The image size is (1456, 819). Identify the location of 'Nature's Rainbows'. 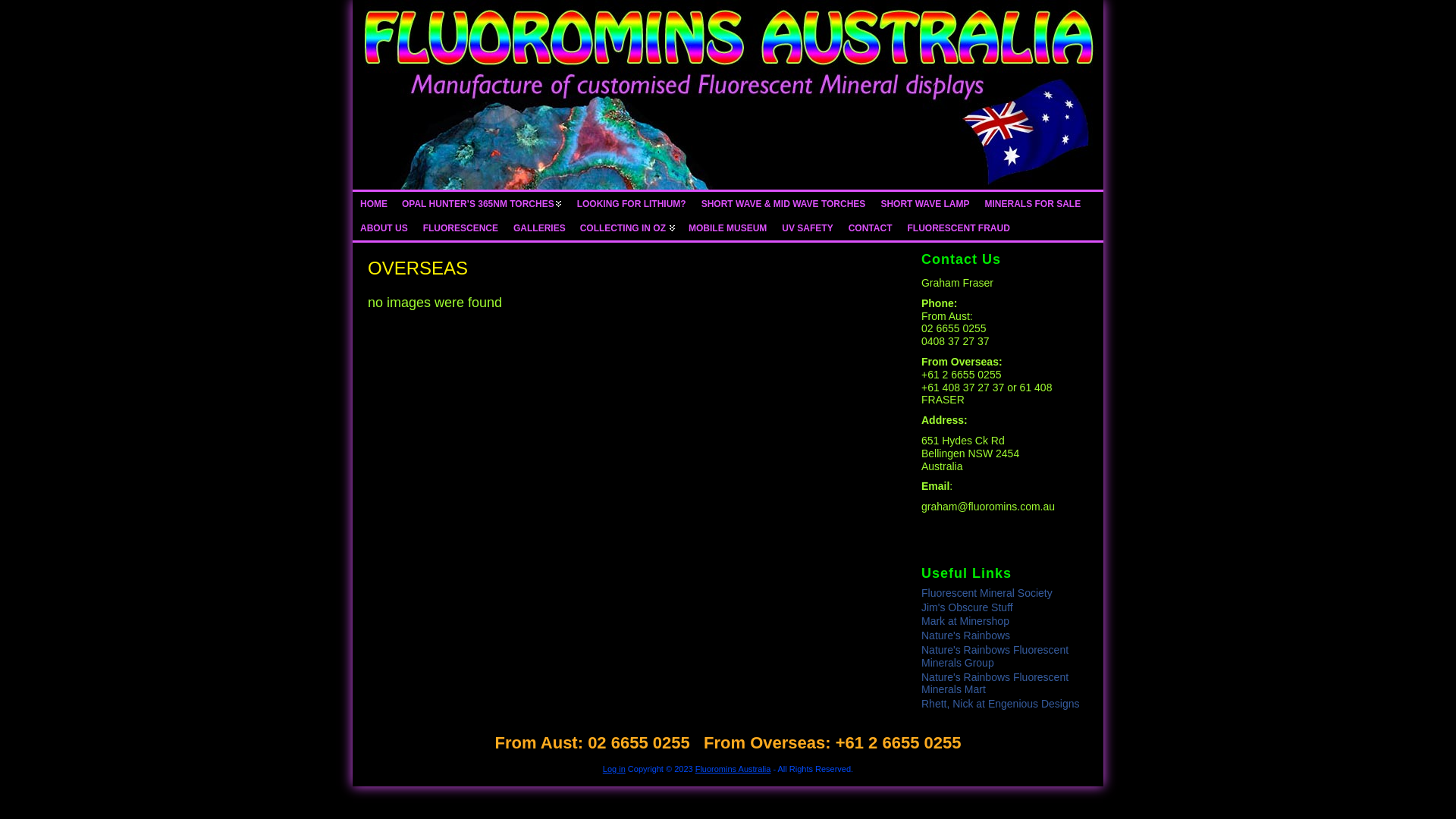
(920, 635).